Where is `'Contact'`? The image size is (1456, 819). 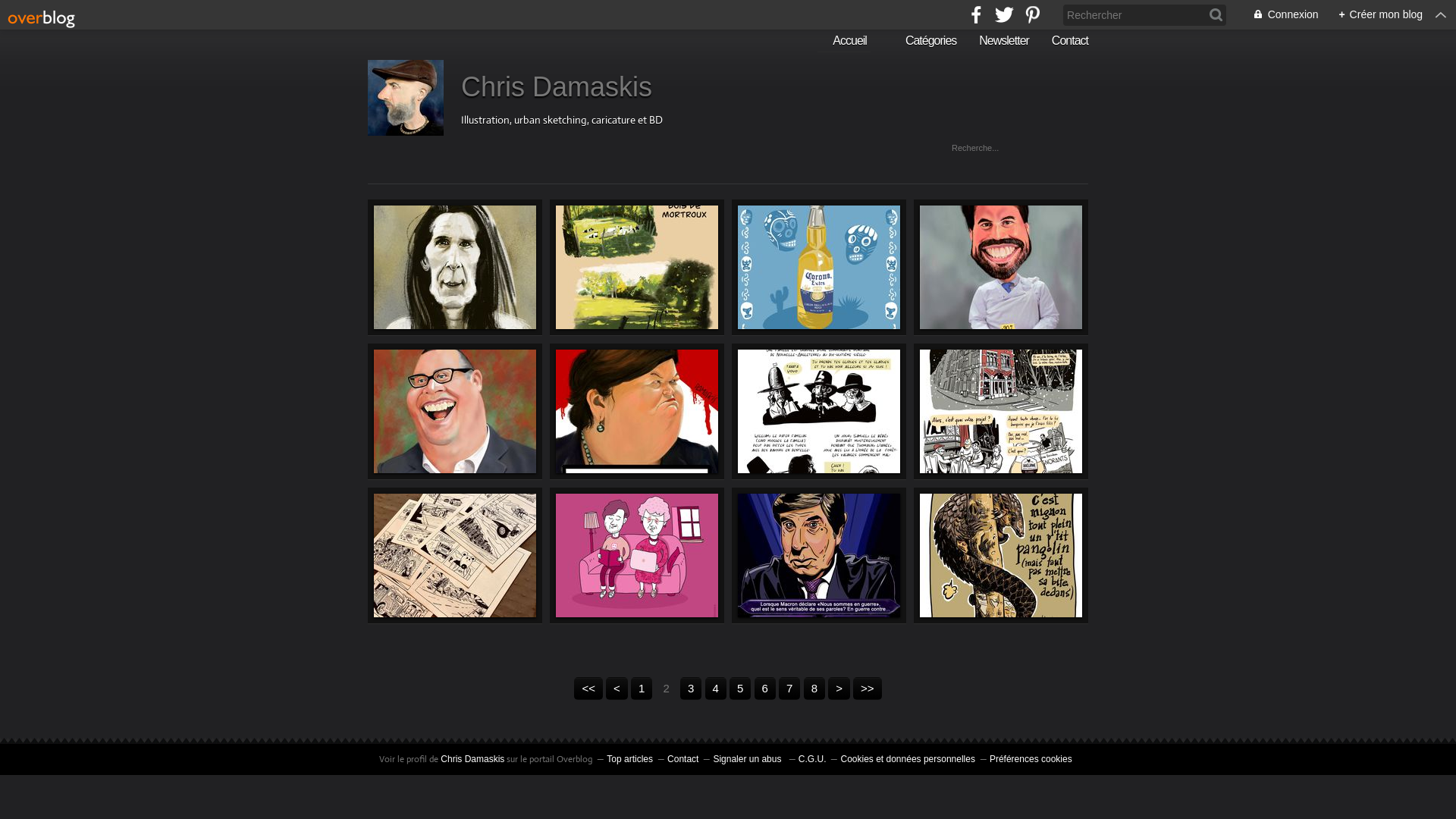
'Contact' is located at coordinates (682, 759).